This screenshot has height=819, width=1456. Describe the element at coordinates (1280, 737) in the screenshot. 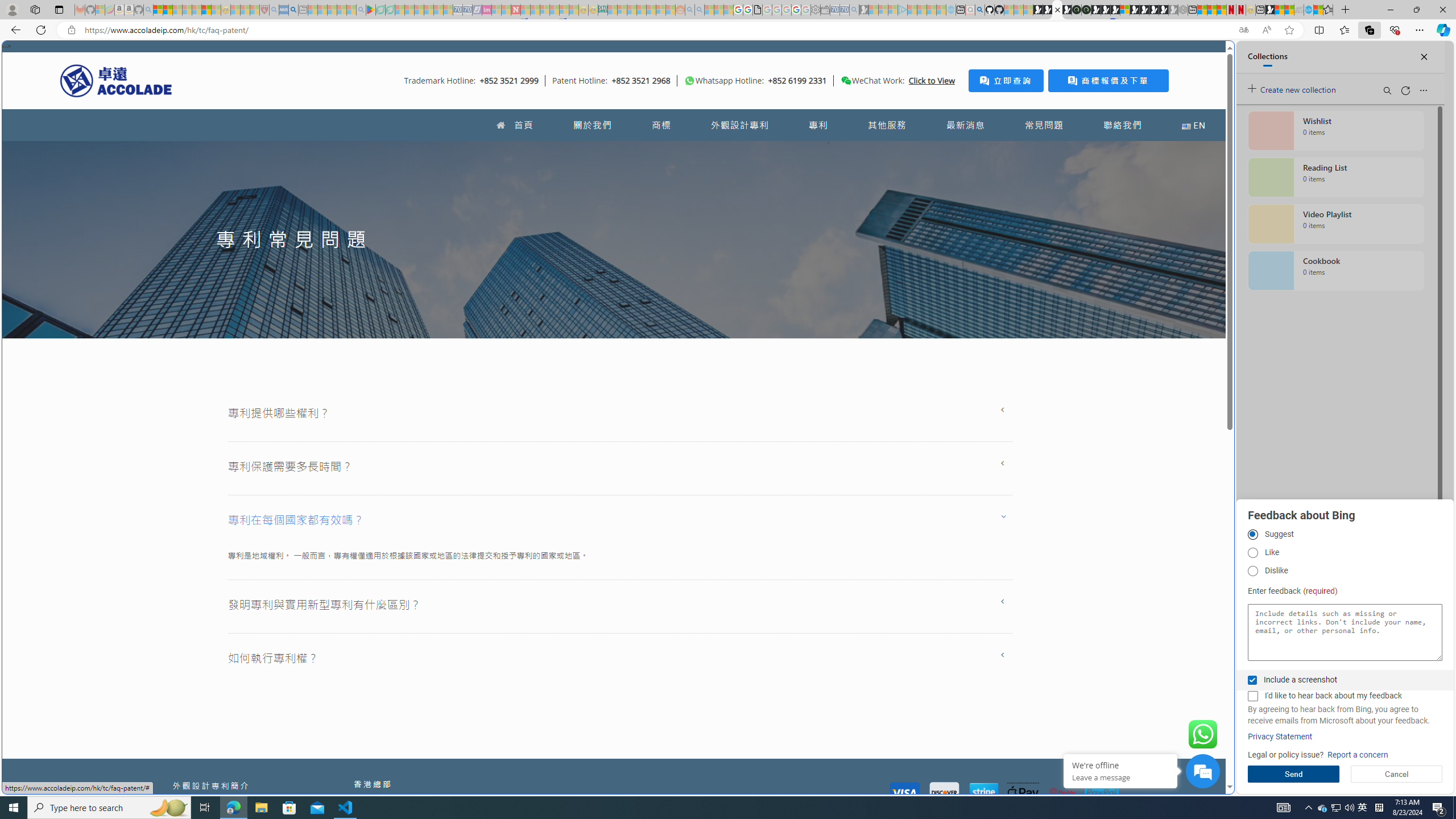

I see `'Privacy Statement'` at that location.